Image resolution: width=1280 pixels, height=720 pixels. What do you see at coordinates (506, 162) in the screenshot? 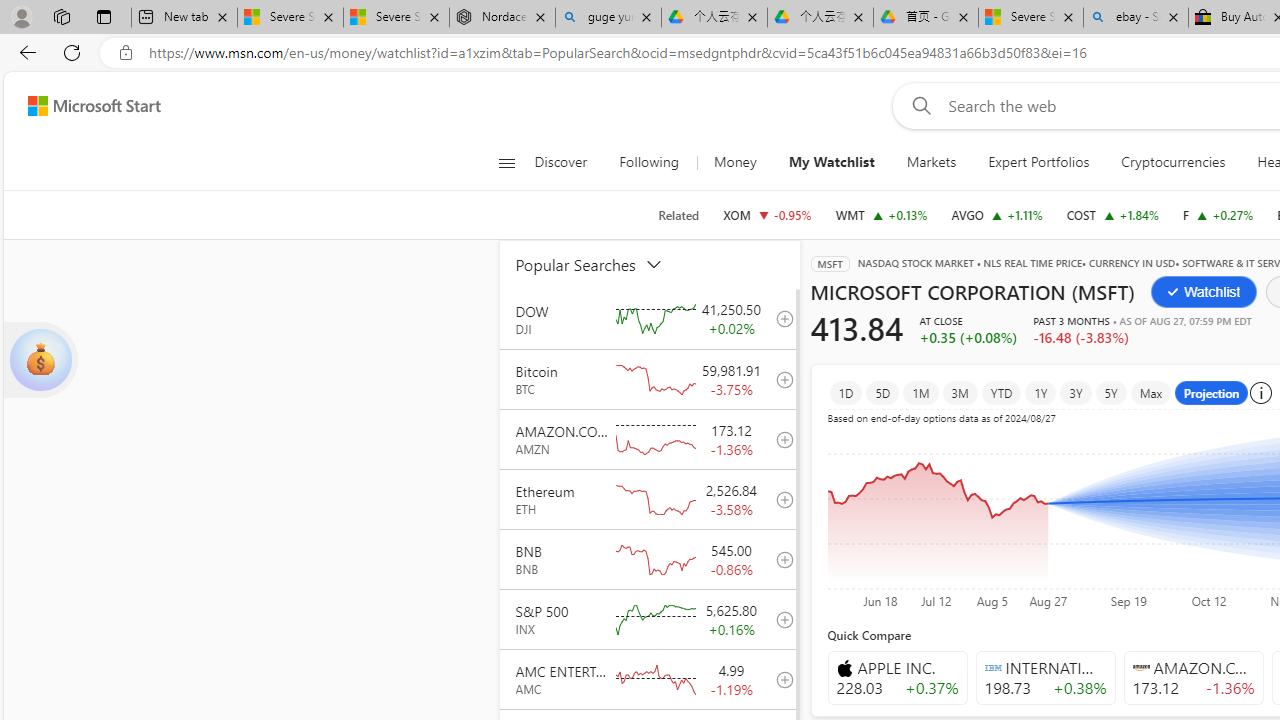
I see `'Open navigation menu'` at bounding box center [506, 162].